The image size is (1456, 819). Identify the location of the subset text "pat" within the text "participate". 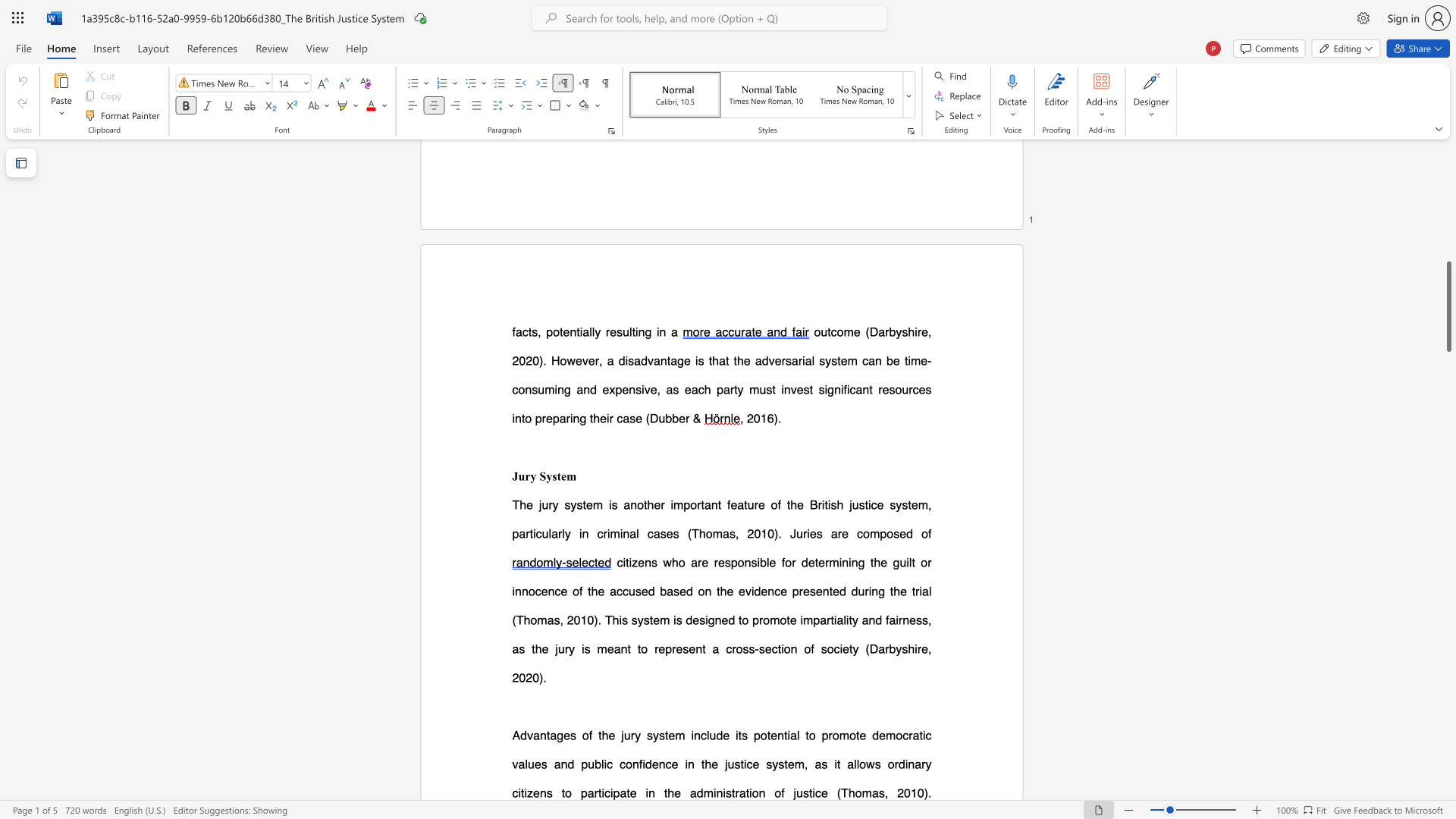
(613, 792).